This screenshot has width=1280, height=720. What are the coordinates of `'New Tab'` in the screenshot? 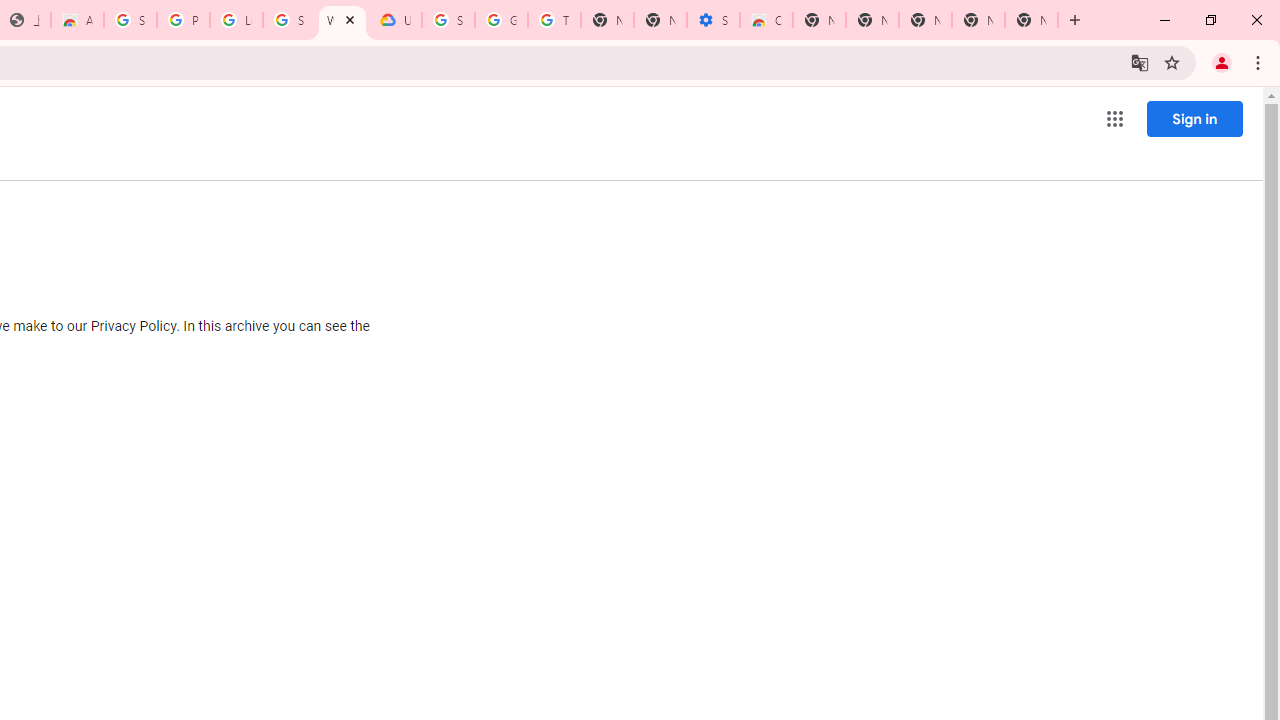 It's located at (1074, 20).